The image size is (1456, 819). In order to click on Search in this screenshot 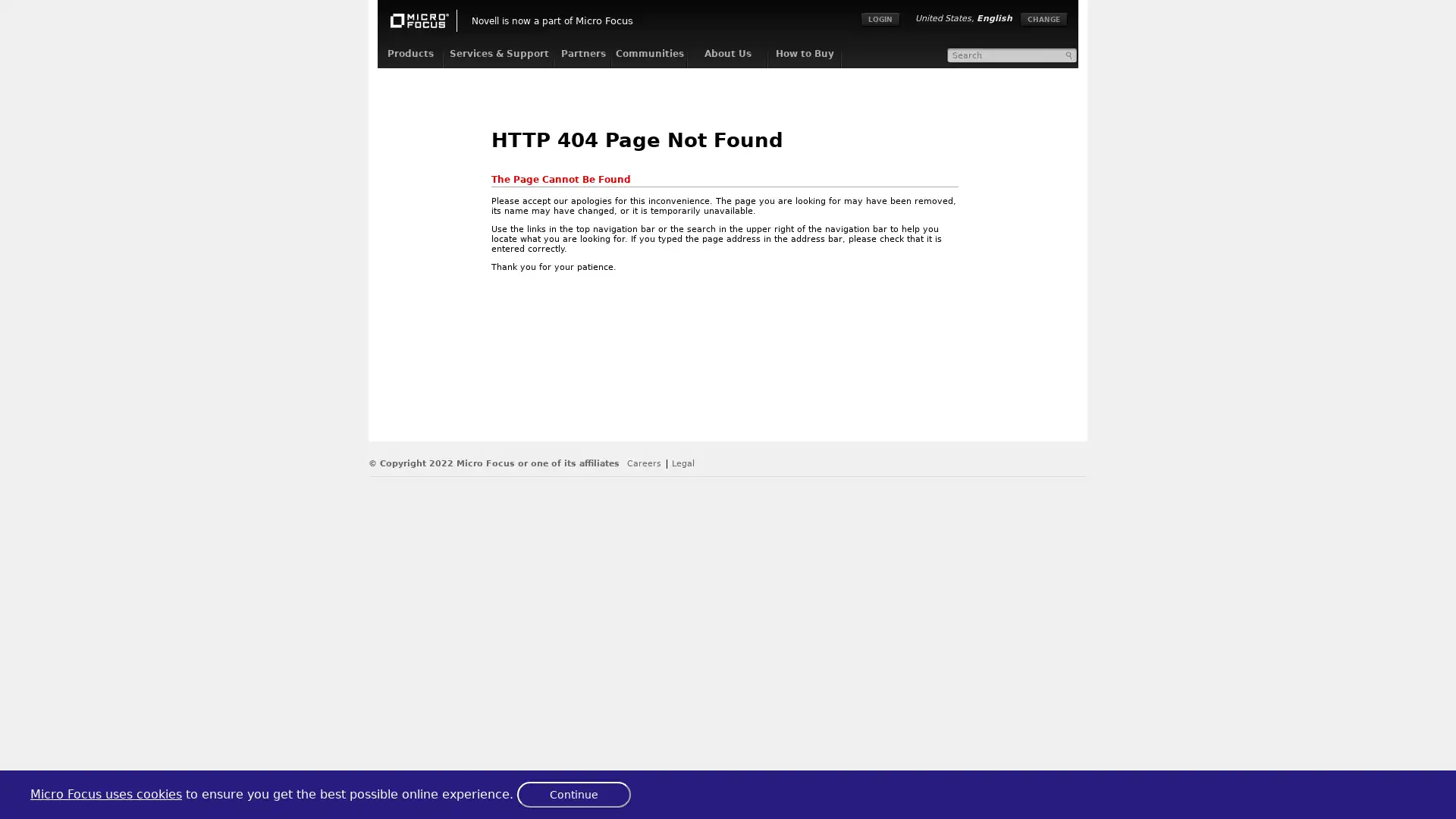, I will do `click(1069, 55)`.